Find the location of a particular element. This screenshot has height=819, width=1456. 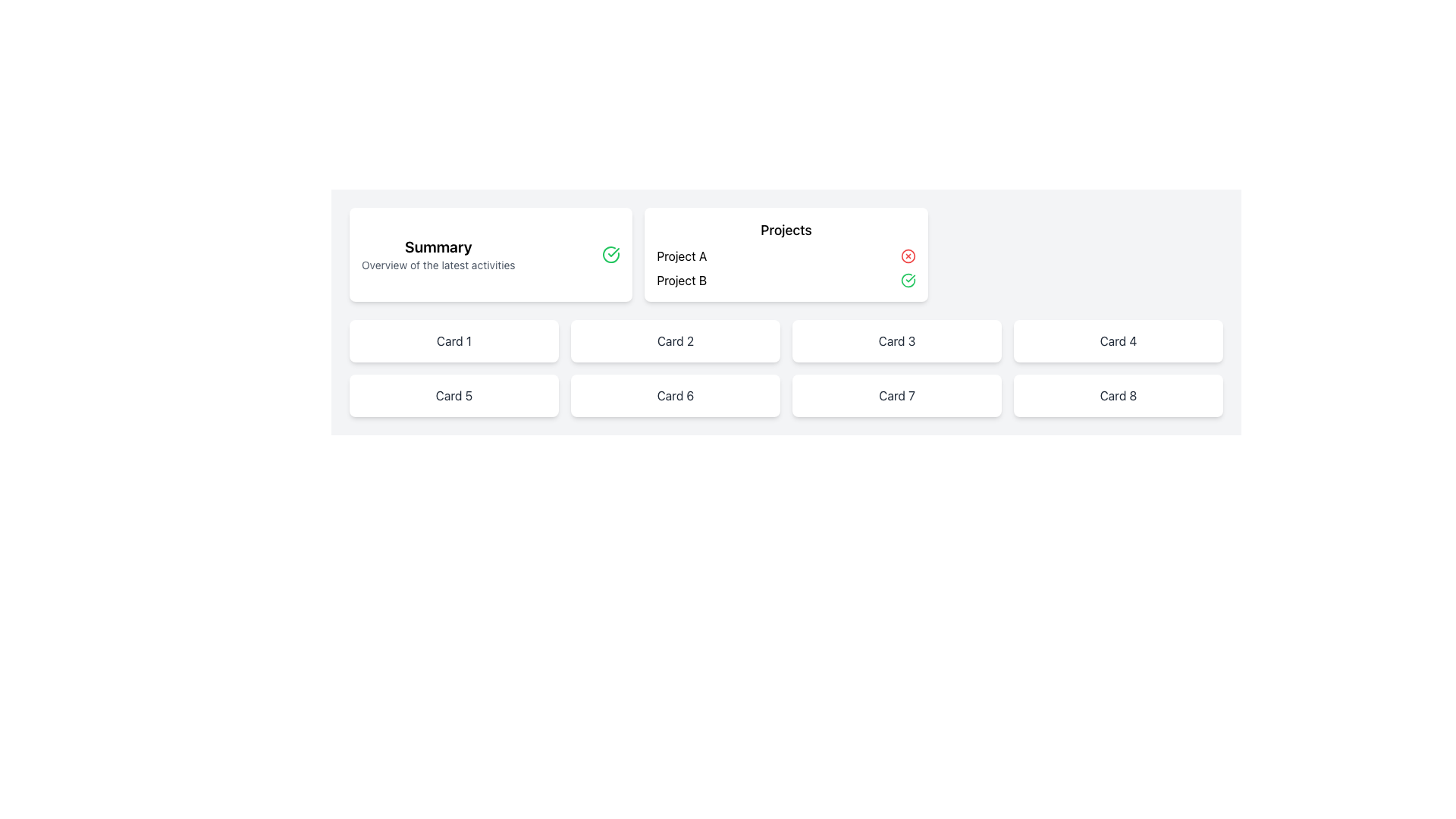

the static text label reading 'Overview of the latest activities' located within the 'Summary' card, positioned directly below the 'Summary' title is located at coordinates (438, 265).